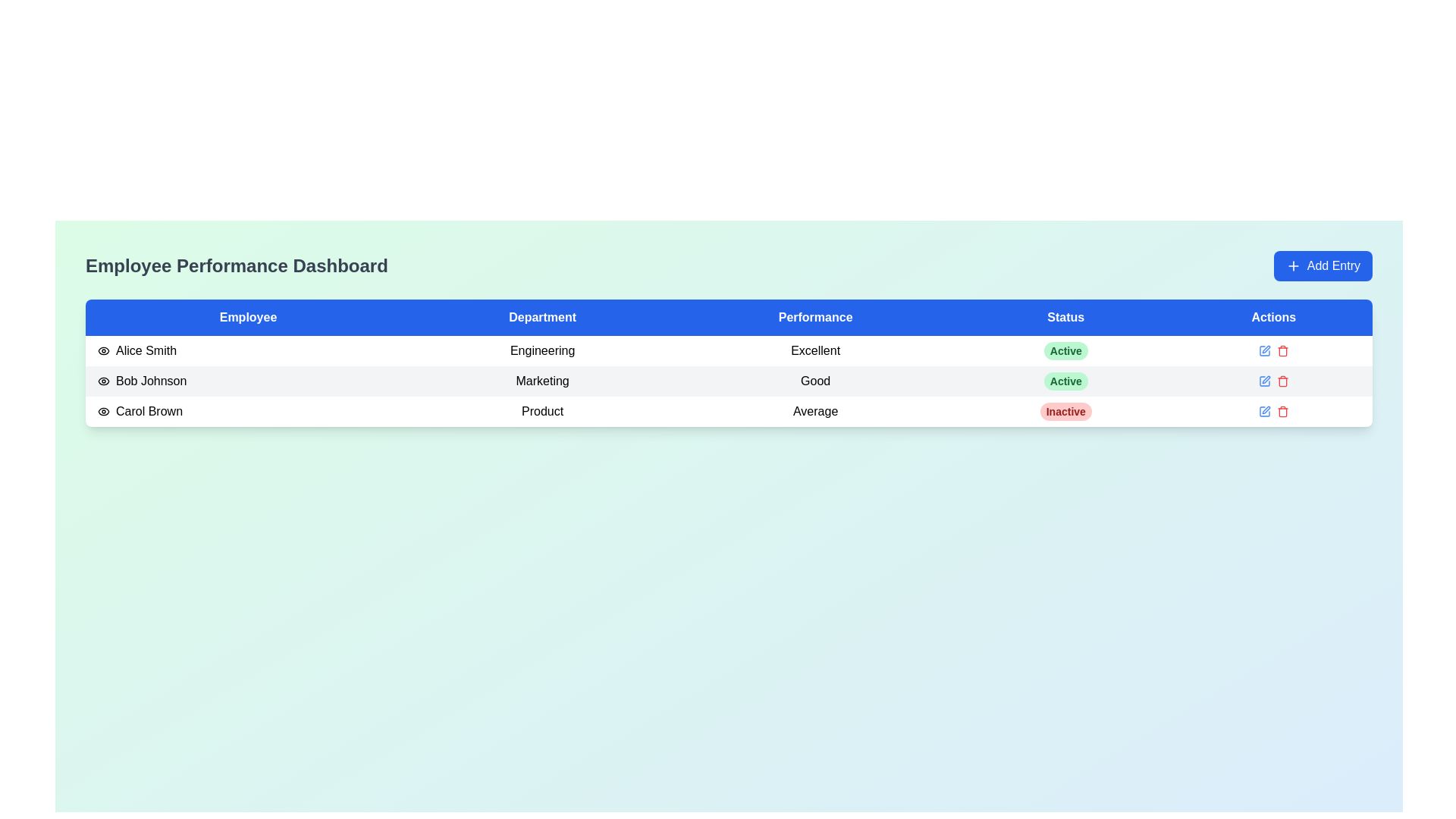  I want to click on the blue pencil icon in the 'Actions' column of the table for employee 'Alice Smith' to initiate editing, so click(1273, 350).